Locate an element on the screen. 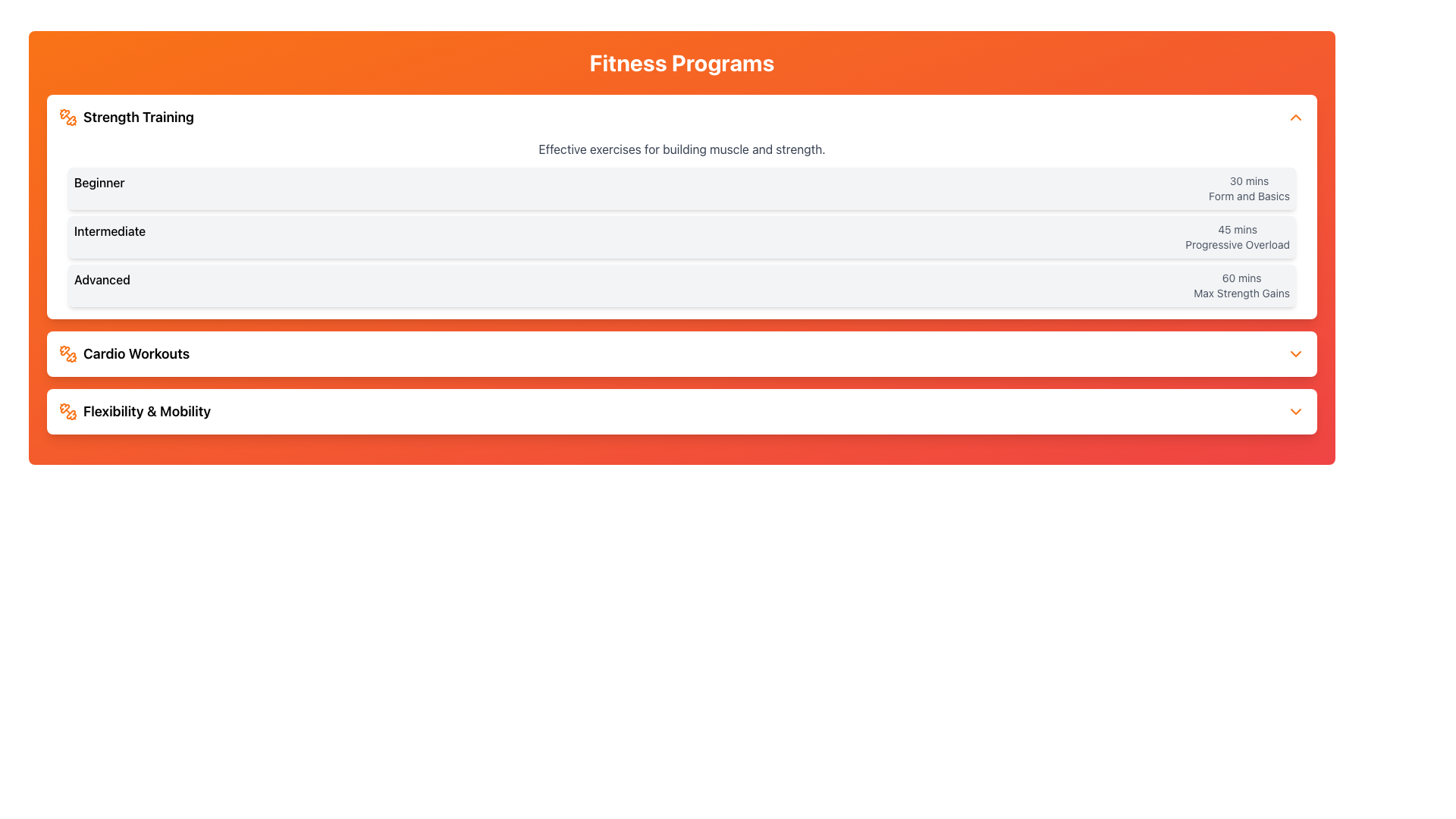 The image size is (1456, 819). the text label displaying '30 mins Form and Basics' located in the upper-right corner of the 'Beginner' card in the 'Strength Training' section is located at coordinates (1249, 188).